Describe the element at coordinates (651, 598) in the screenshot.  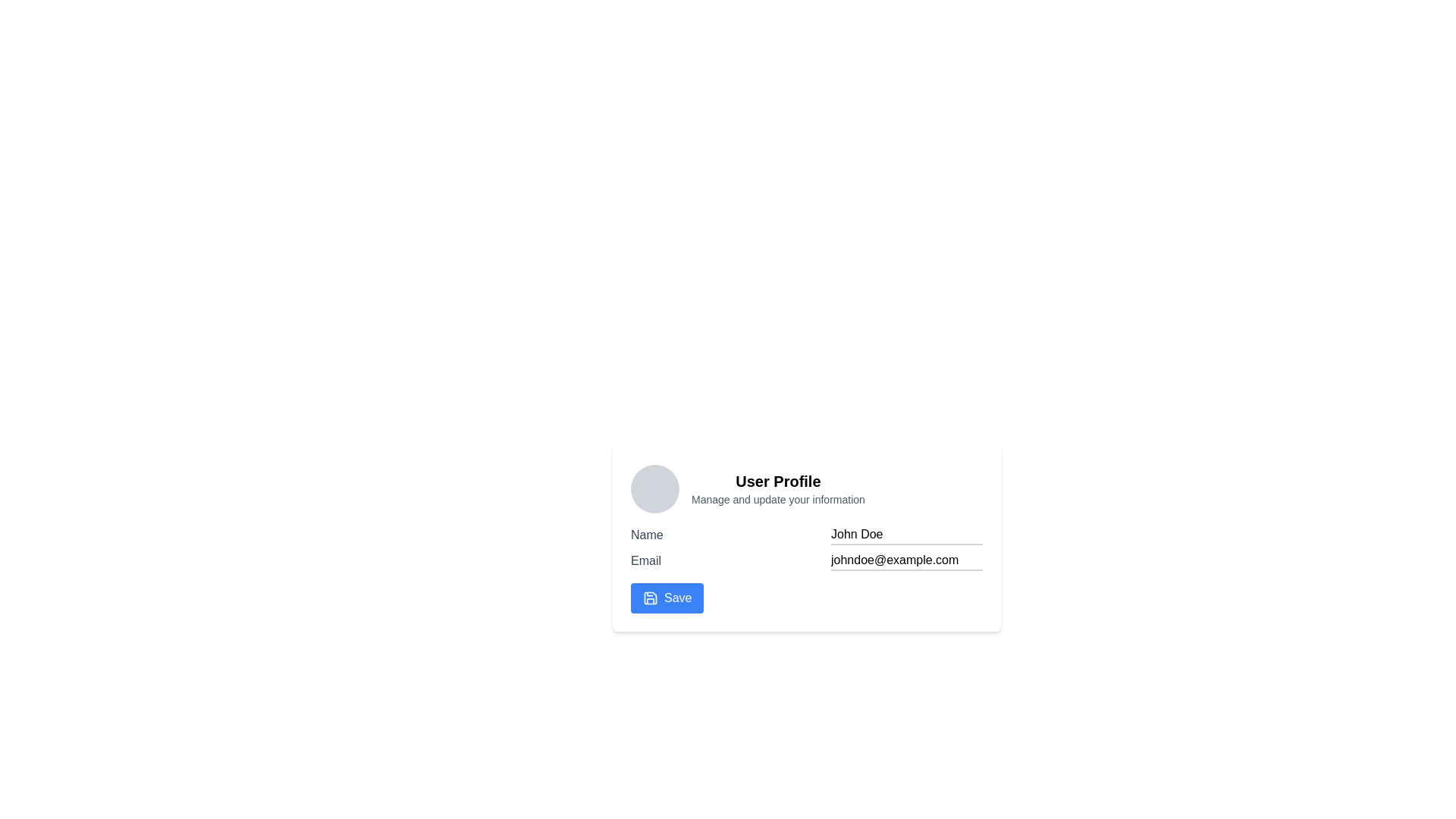
I see `the light blue save icon inside the 'Save' button located at the bottom left corner of the user profile card interface` at that location.